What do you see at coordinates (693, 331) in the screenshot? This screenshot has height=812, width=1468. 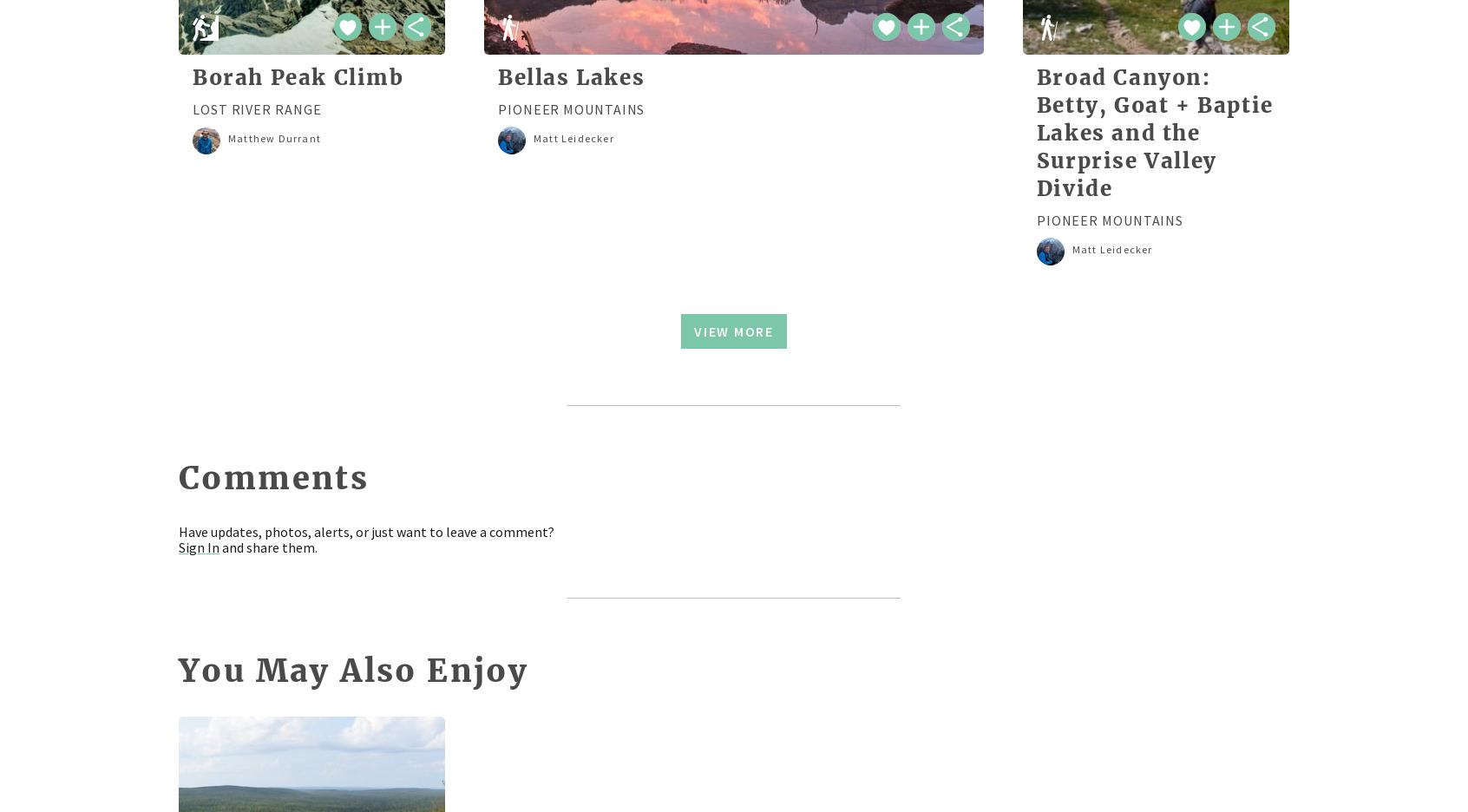 I see `'View More'` at bounding box center [693, 331].